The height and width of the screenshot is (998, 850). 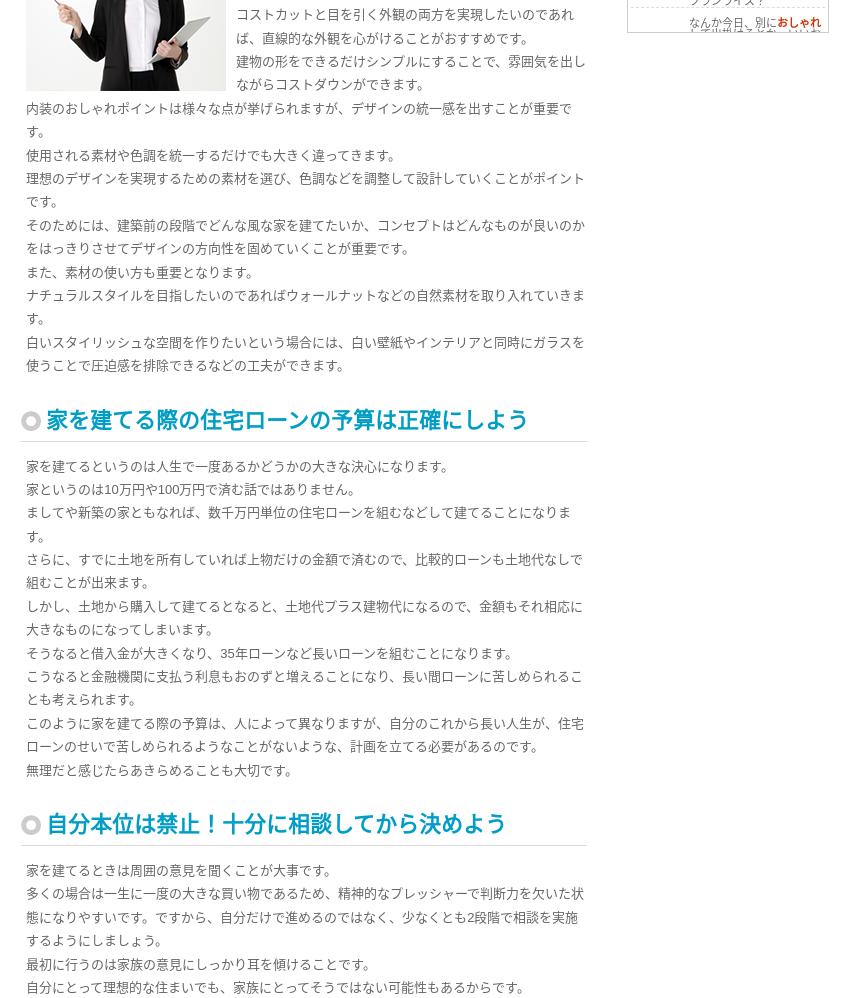 What do you see at coordinates (639, 63) in the screenshot?
I see `'> 自分本位は禁止！十分に相談してから決めよう'` at bounding box center [639, 63].